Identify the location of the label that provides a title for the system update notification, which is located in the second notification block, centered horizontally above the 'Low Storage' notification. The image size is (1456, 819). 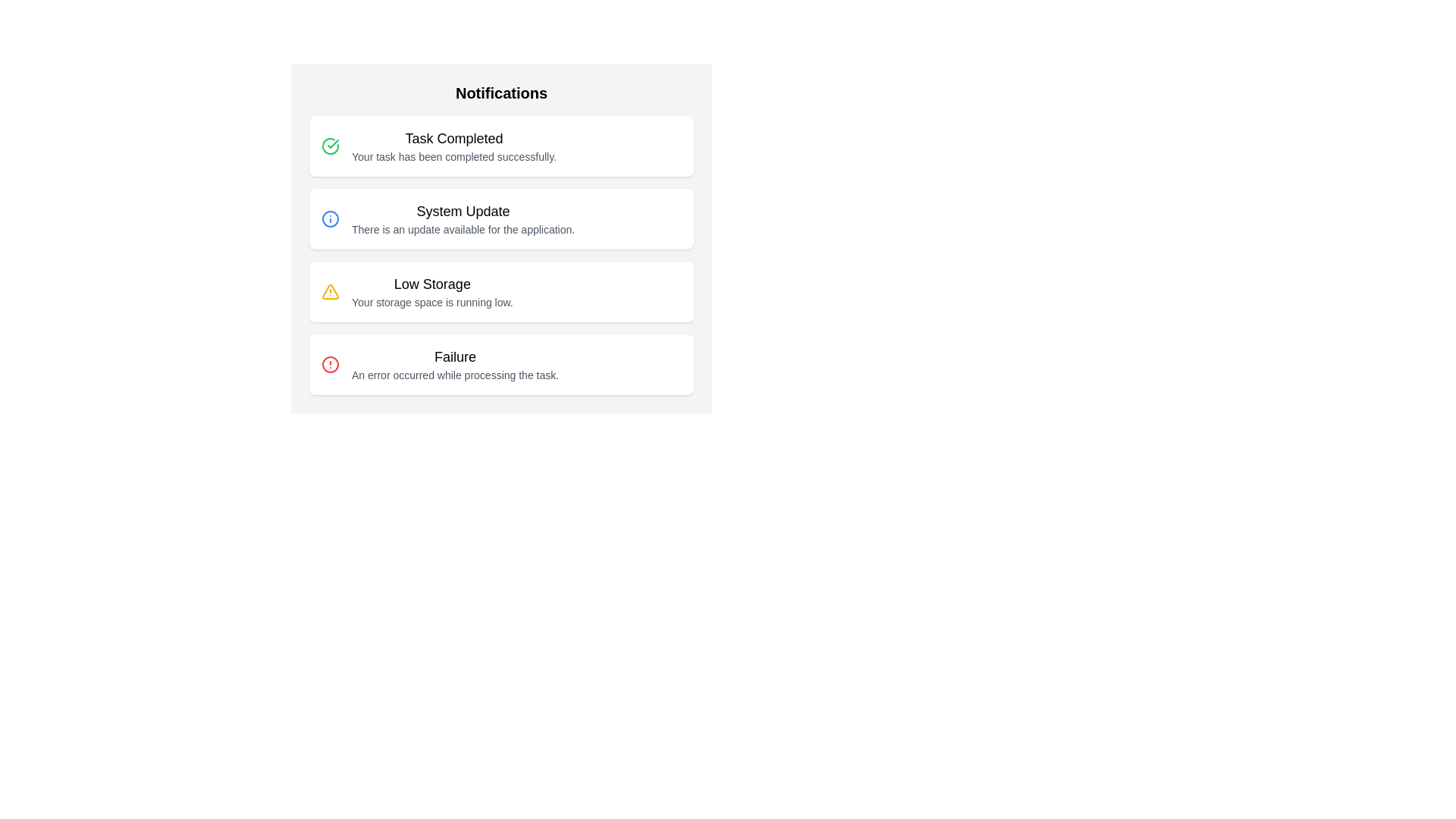
(463, 211).